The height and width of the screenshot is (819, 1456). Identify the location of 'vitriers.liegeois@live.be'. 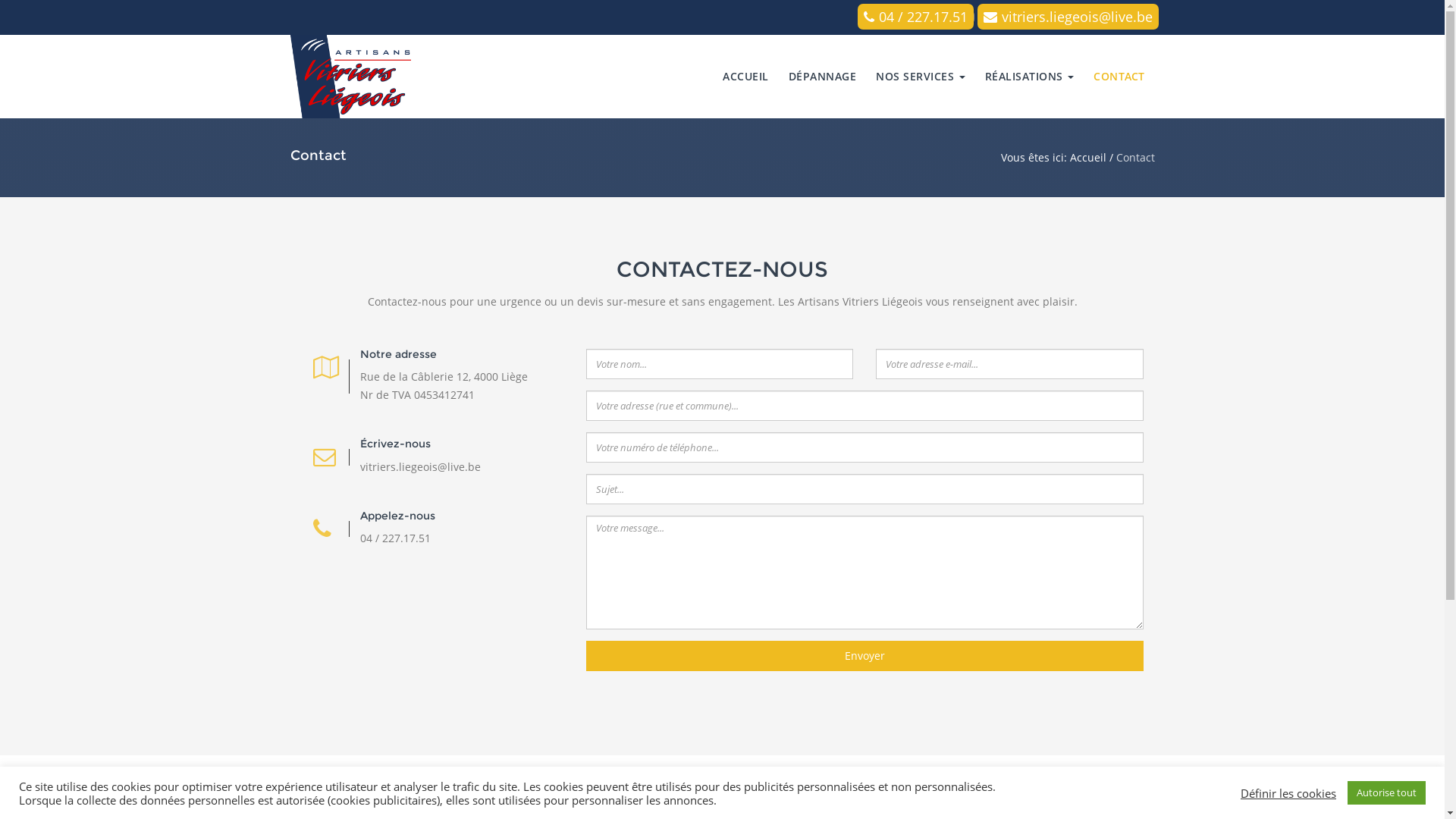
(976, 17).